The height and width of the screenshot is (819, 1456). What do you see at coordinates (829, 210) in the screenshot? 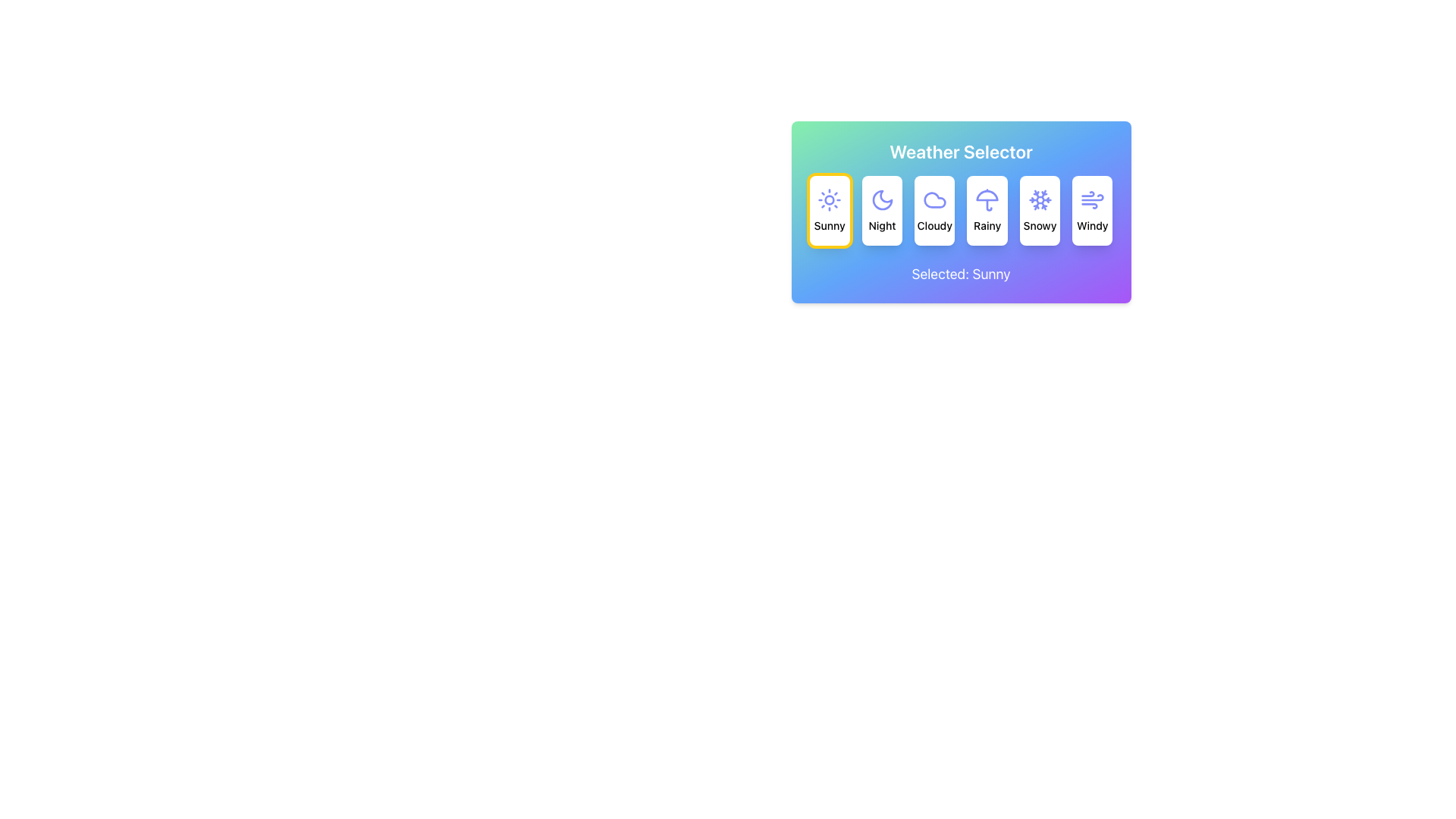
I see `the first button in the horizontal group representing weather conditions` at bounding box center [829, 210].